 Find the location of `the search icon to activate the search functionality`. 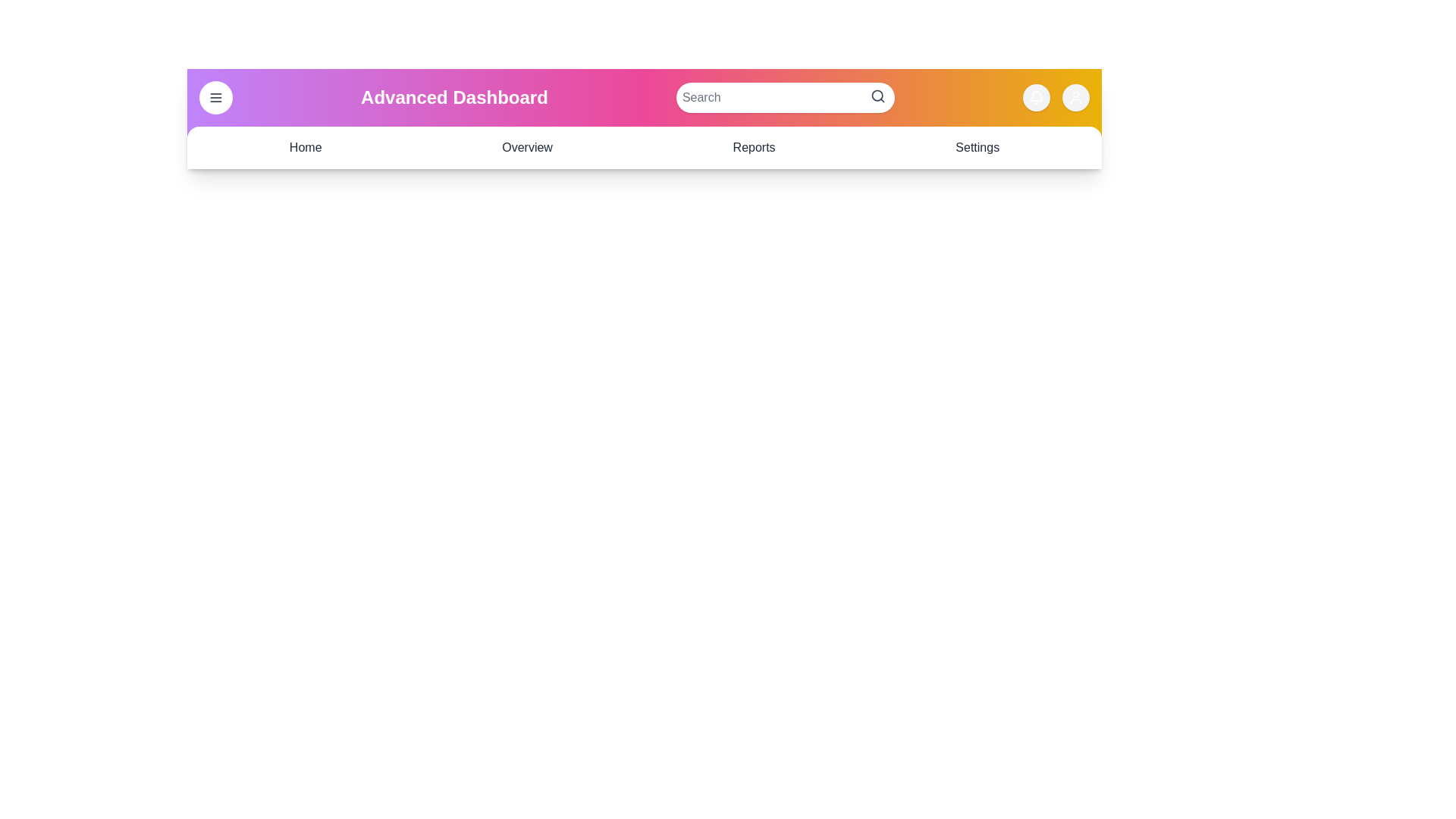

the search icon to activate the search functionality is located at coordinates (877, 96).